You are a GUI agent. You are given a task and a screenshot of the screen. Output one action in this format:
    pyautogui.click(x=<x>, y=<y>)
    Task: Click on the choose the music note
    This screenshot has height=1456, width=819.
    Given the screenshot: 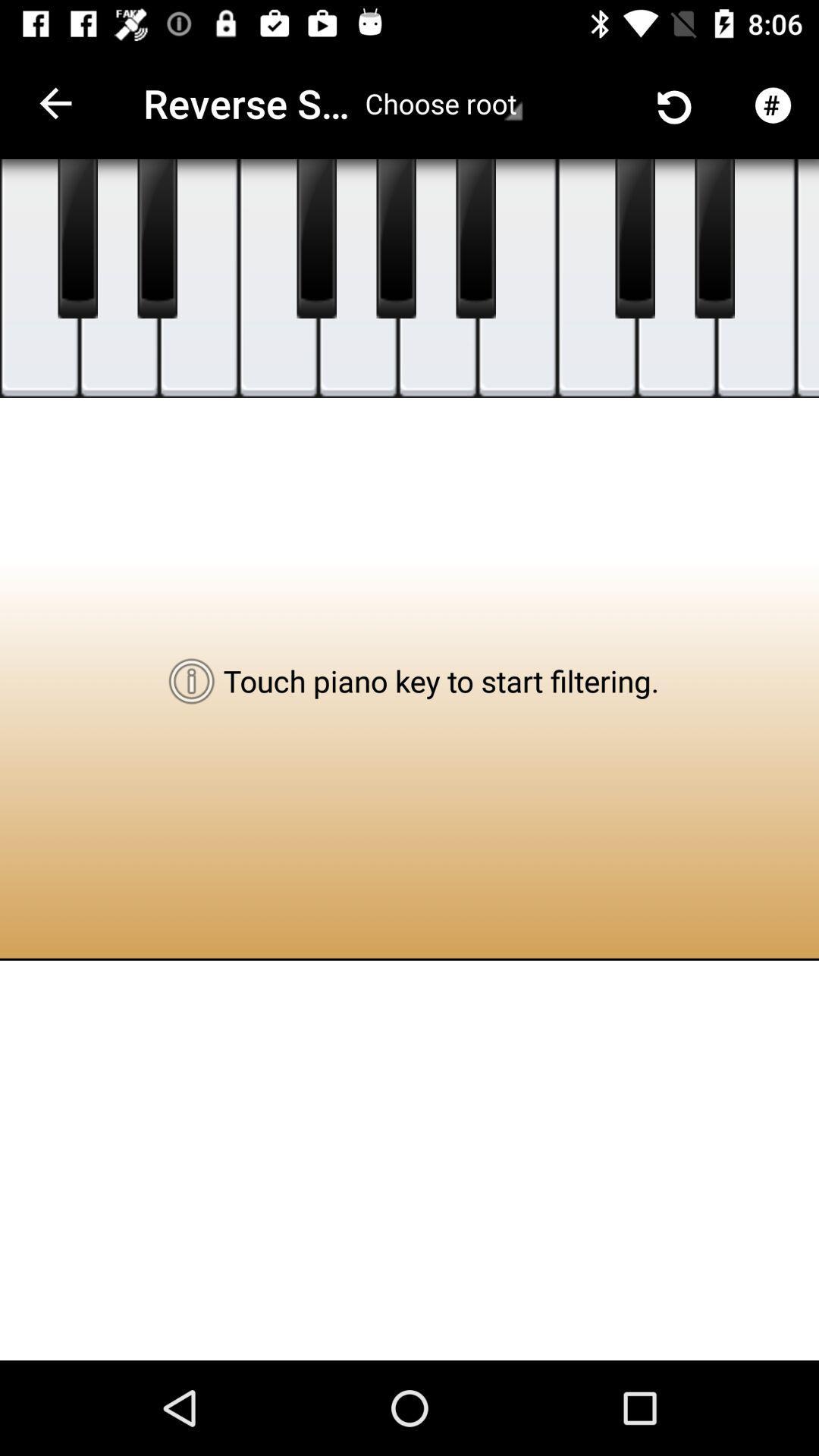 What is the action you would take?
    pyautogui.click(x=806, y=278)
    